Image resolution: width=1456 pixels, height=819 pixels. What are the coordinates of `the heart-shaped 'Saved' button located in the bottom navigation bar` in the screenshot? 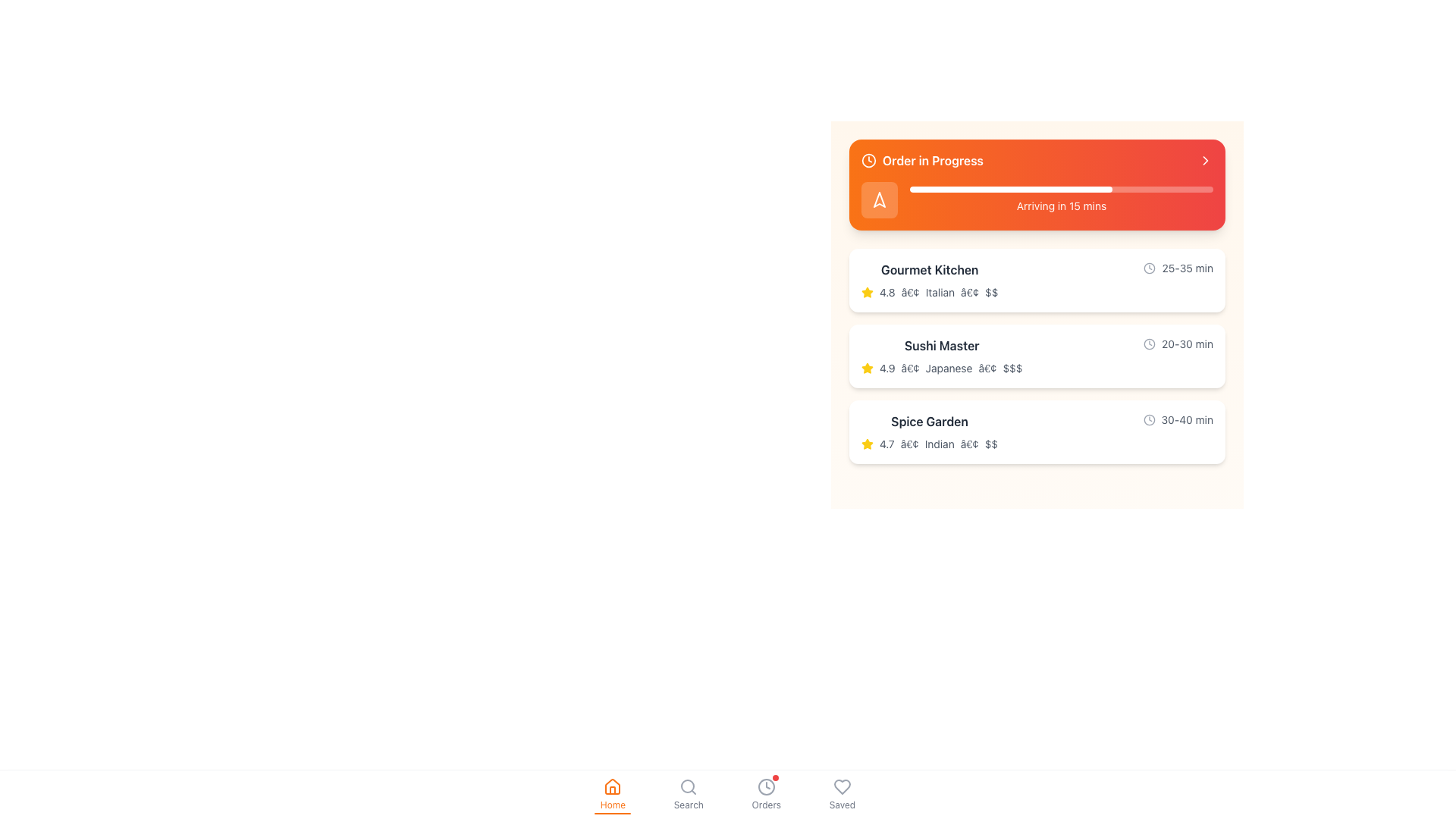 It's located at (841, 786).